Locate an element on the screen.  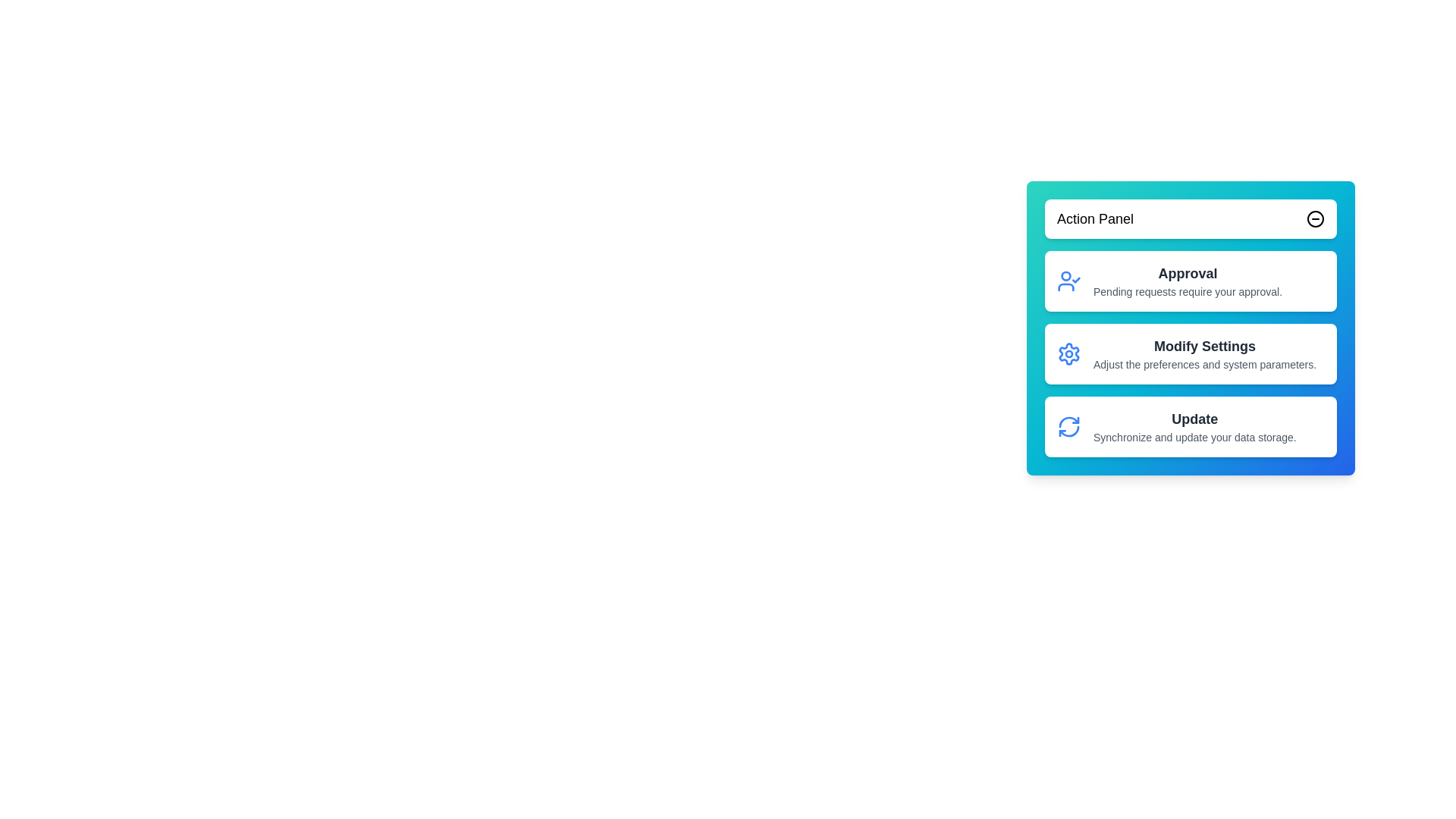
the icon associated with the action Approval is located at coordinates (1068, 281).